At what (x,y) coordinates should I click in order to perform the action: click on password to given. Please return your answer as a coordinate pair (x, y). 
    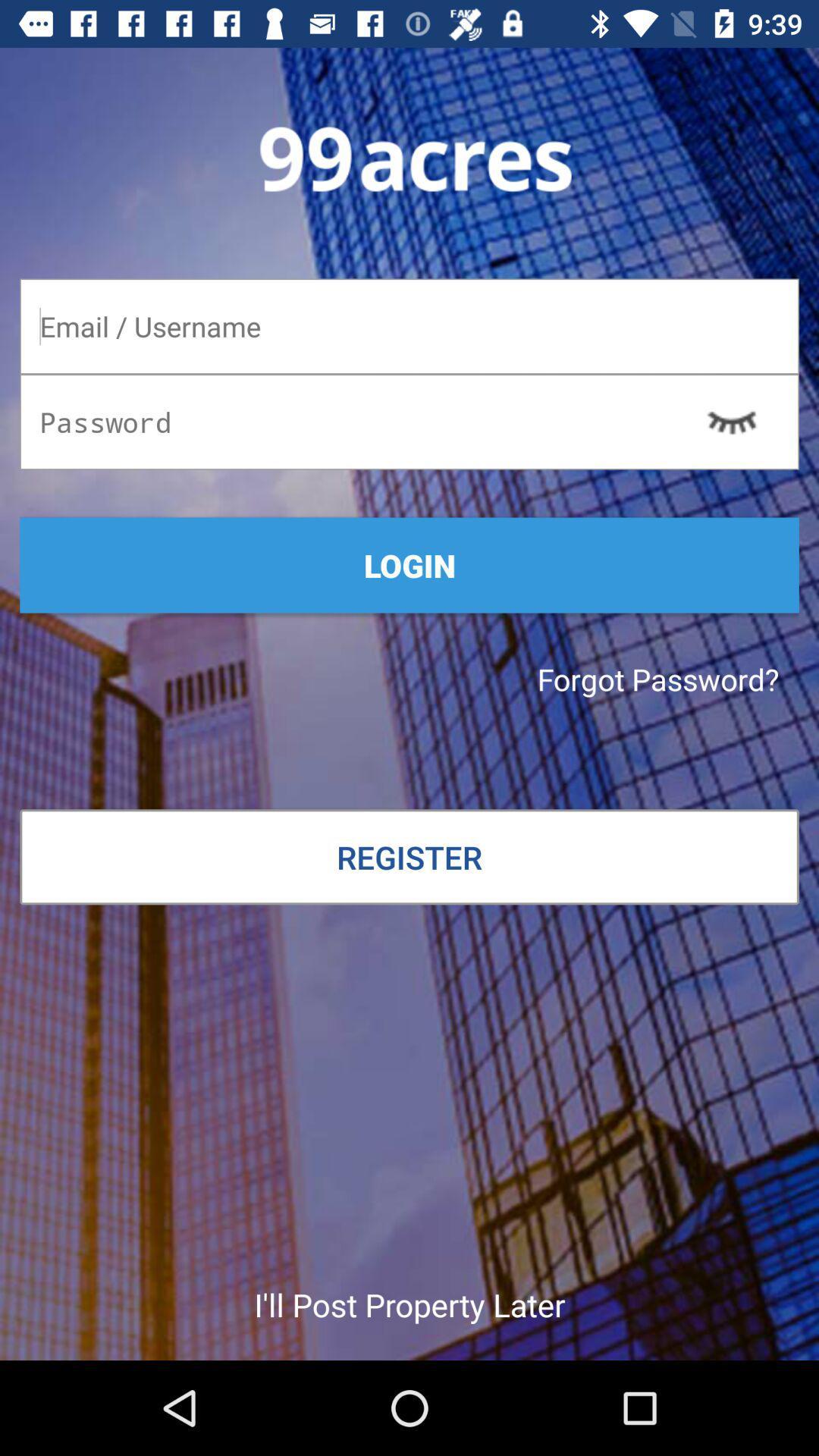
    Looking at the image, I should click on (409, 422).